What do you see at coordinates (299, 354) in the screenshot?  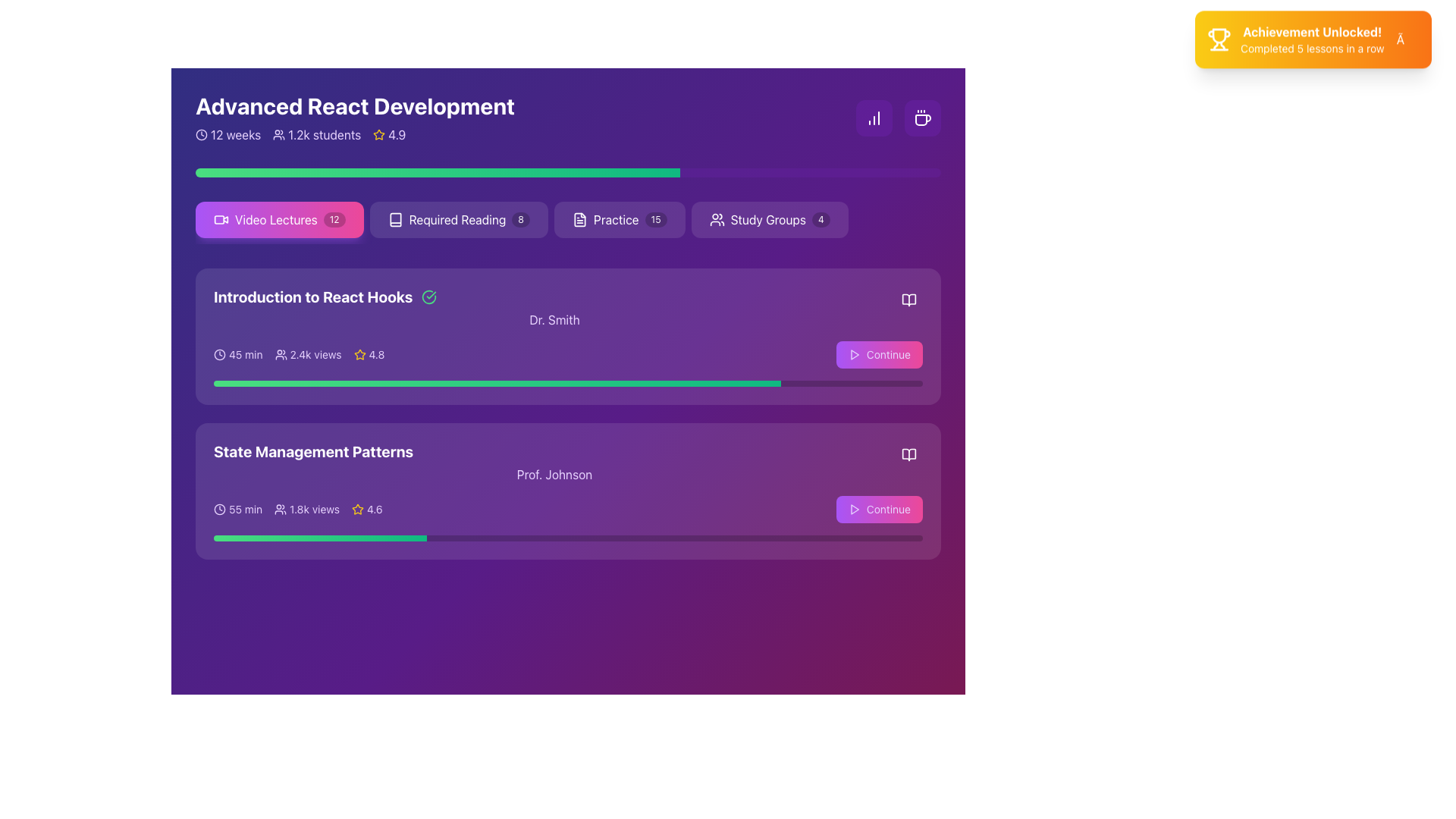 I see `the Information Display Group that summarizes details related to the 'Introduction to React Hooks' section, which includes video duration, views, and rating` at bounding box center [299, 354].